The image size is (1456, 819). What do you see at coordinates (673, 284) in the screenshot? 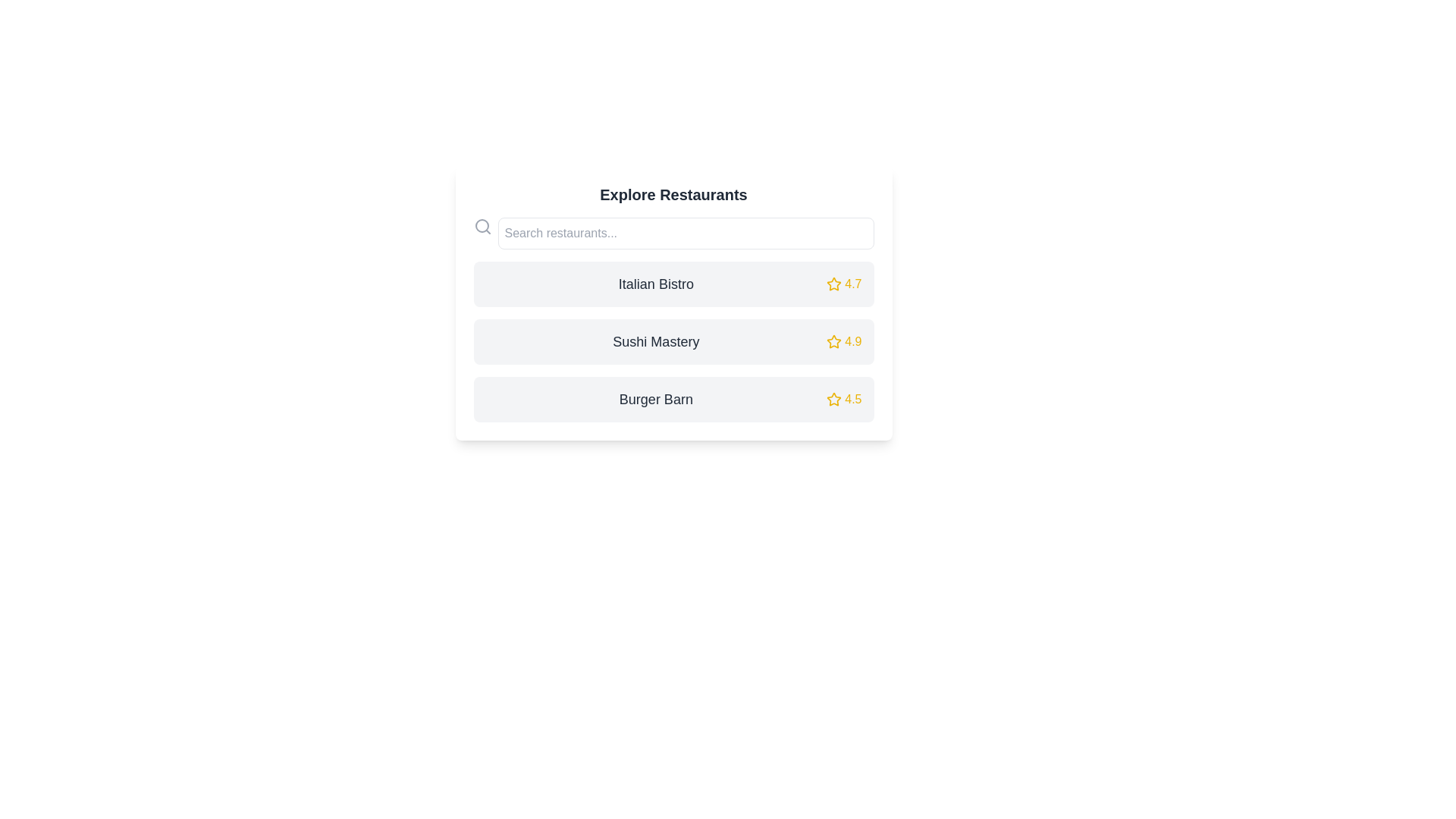
I see `the first item in the restaurant exploration list, which represents the 'Italian Bistro' restaurant` at bounding box center [673, 284].